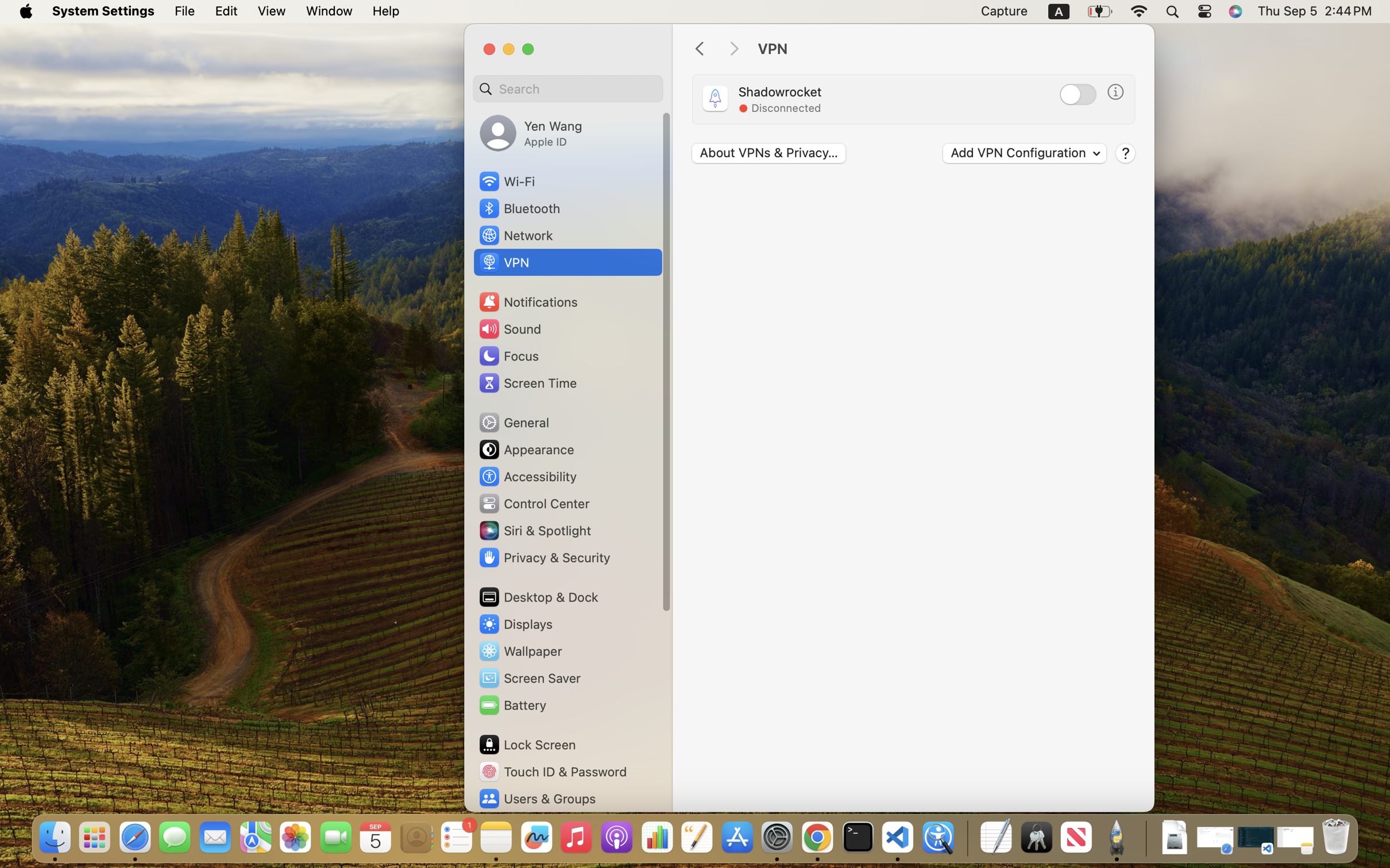 This screenshot has height=868, width=1390. Describe the element at coordinates (507, 355) in the screenshot. I see `'Focus'` at that location.